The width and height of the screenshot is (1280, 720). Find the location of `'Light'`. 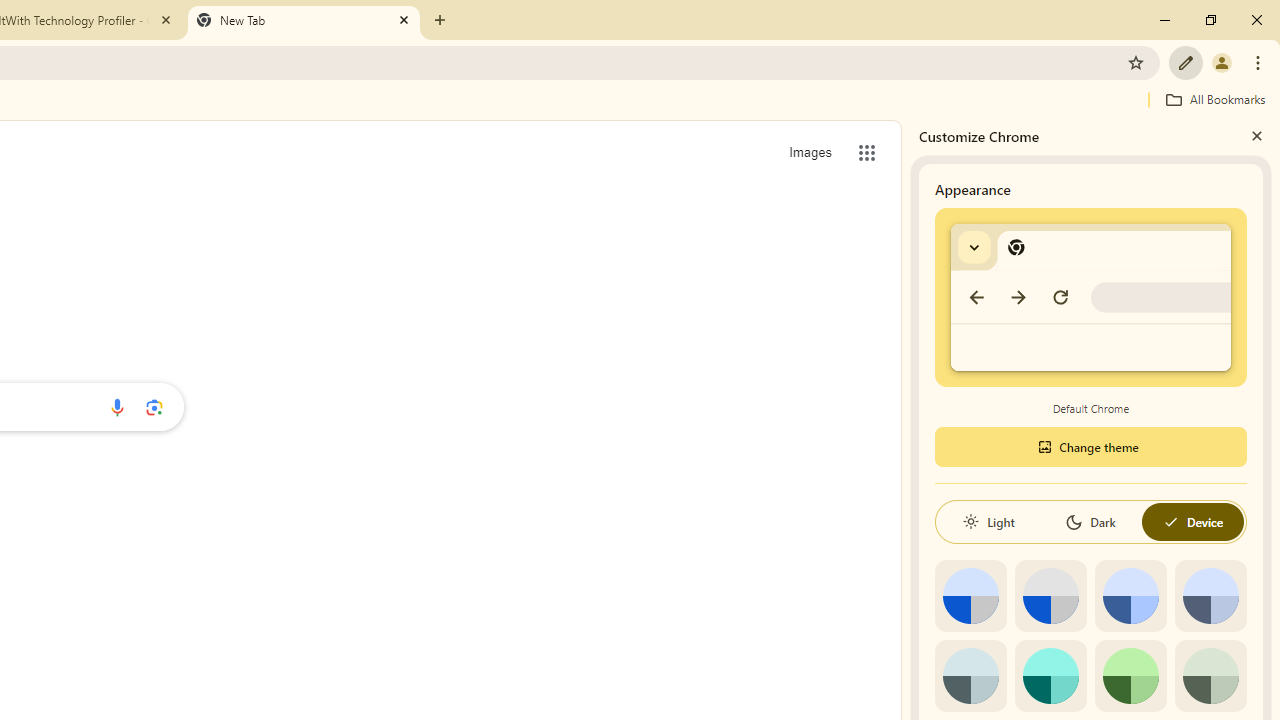

'Light' is located at coordinates (988, 521).